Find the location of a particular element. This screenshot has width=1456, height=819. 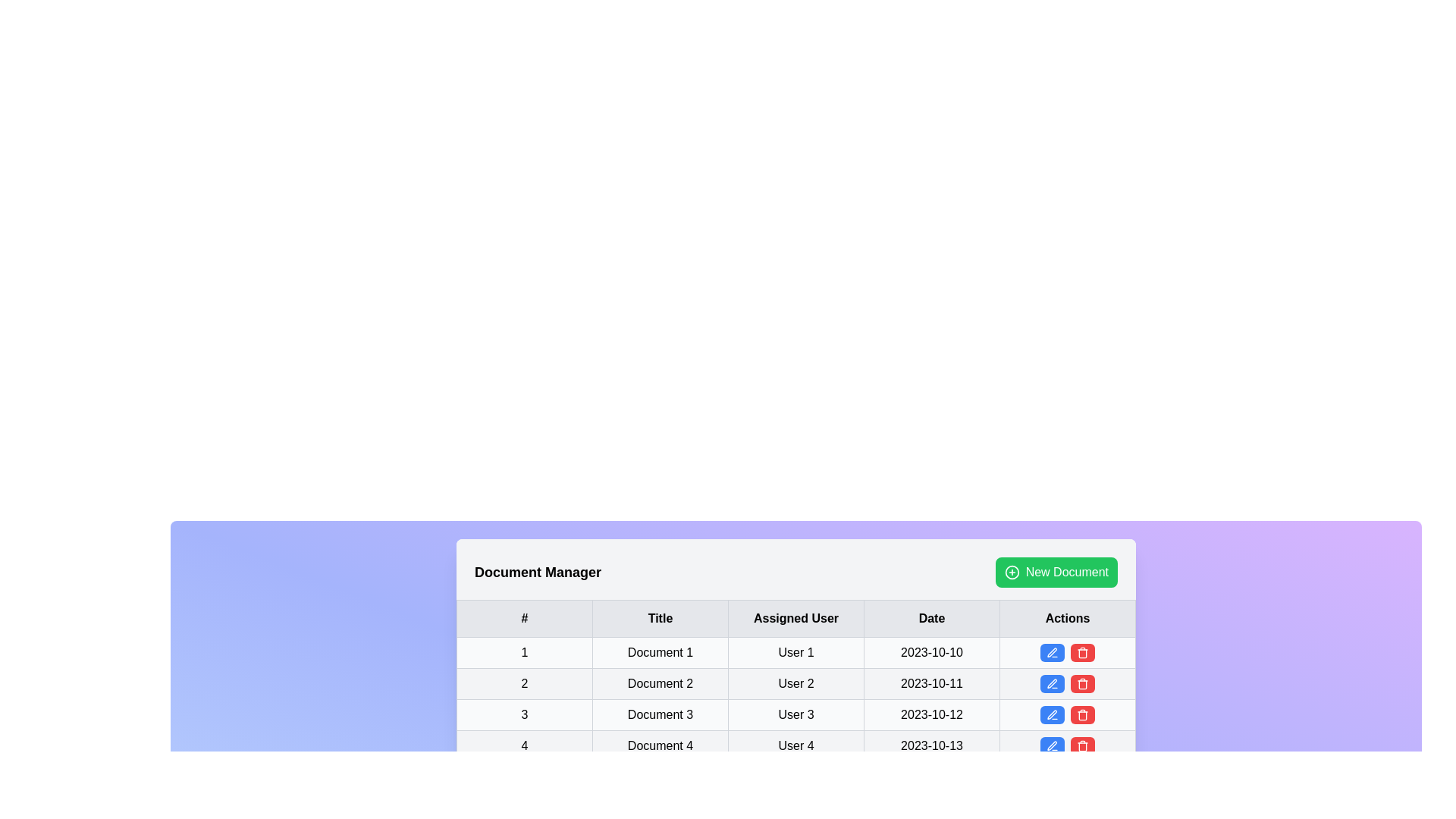

the blue button with a white pen icon located in the 'Actions' column for 'Document 2' is located at coordinates (1051, 684).